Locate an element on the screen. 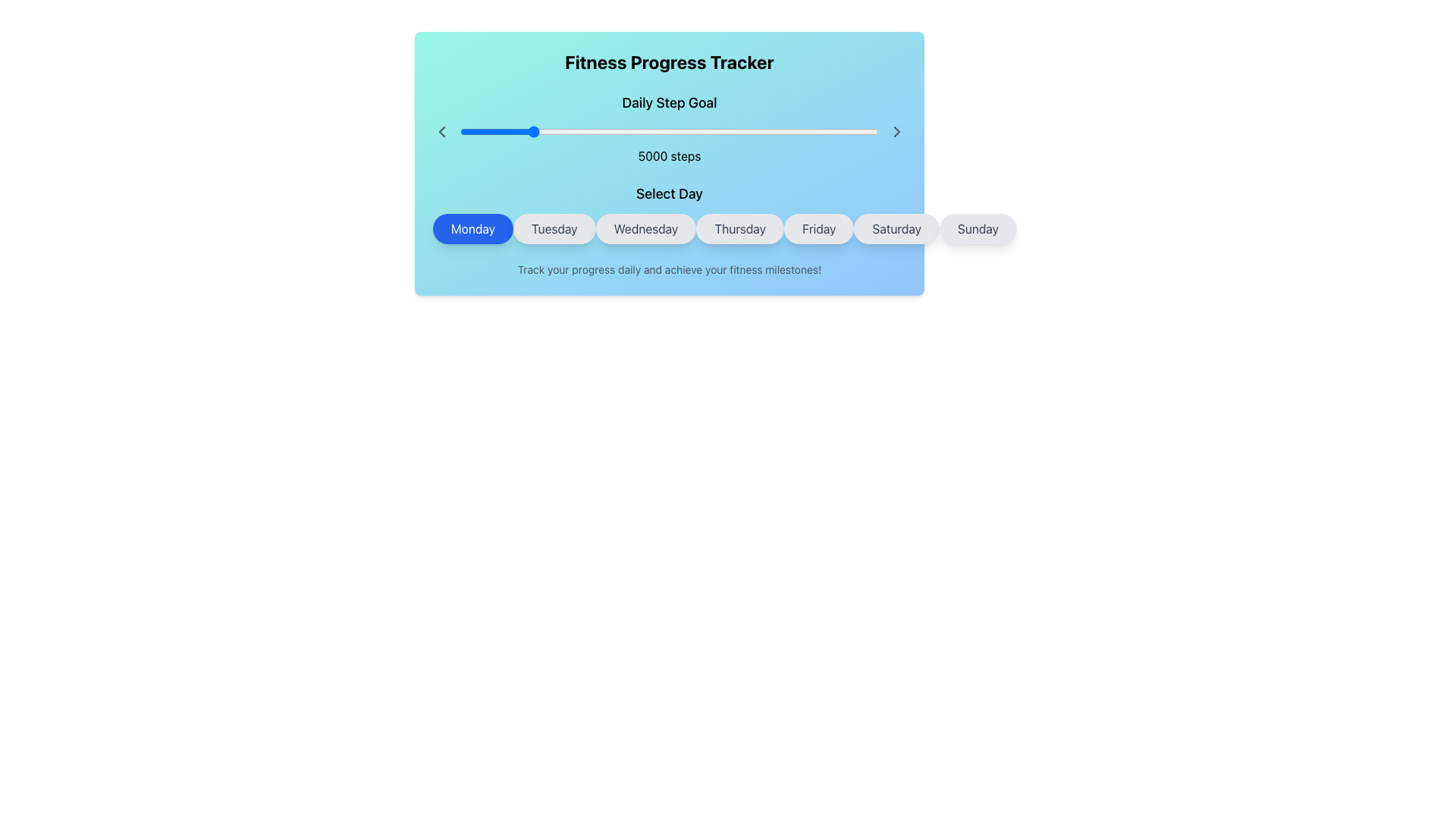  the text label that reads 'Track your progress daily and achieve your fitness milestones!', which is styled as a subtitle and positioned below the 'Select Day' section in the 'Fitness Progress Tracker' interface is located at coordinates (669, 268).